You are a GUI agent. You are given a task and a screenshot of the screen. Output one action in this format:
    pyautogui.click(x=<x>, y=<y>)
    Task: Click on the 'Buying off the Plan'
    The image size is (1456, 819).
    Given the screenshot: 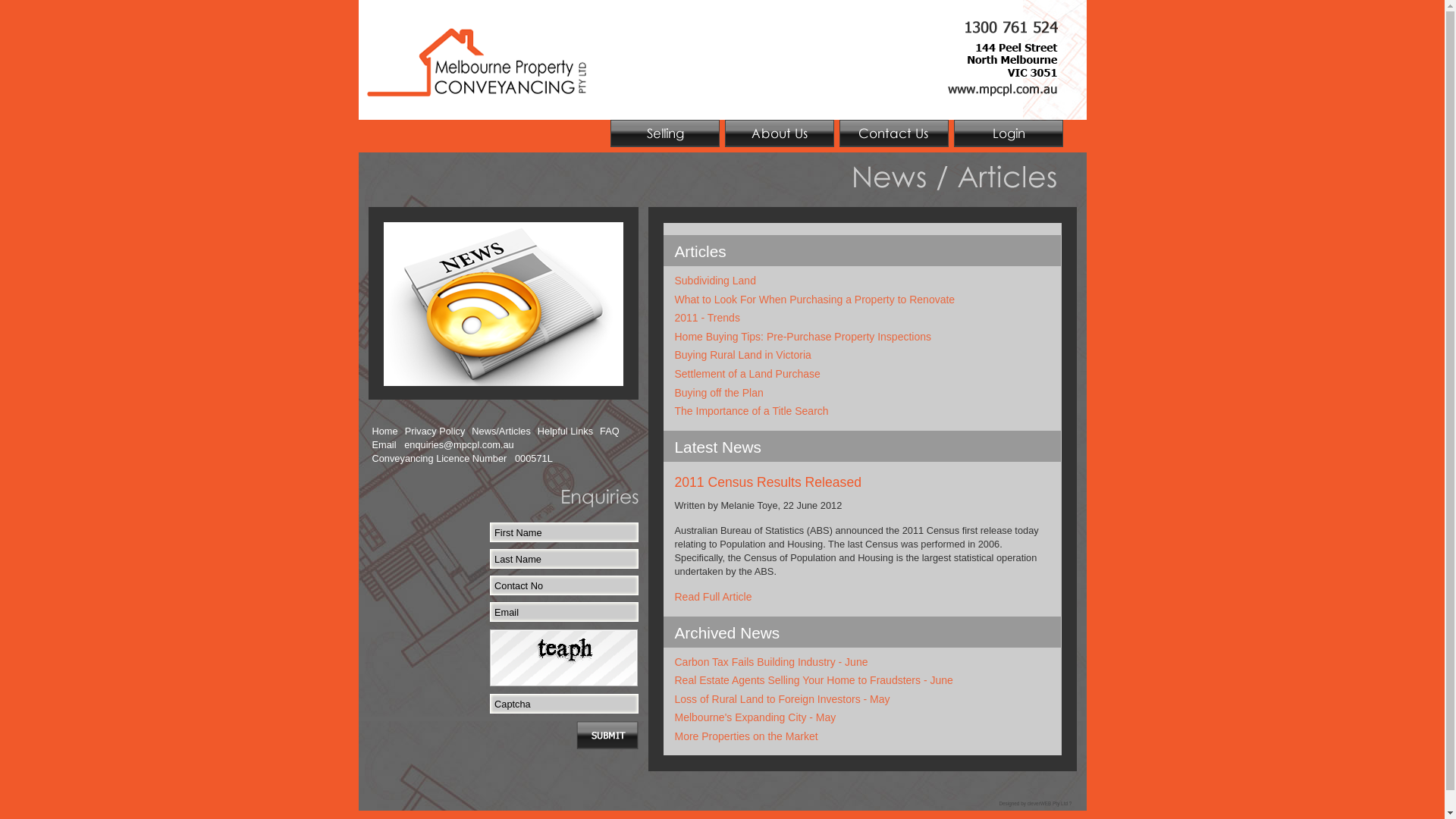 What is the action you would take?
    pyautogui.click(x=718, y=391)
    